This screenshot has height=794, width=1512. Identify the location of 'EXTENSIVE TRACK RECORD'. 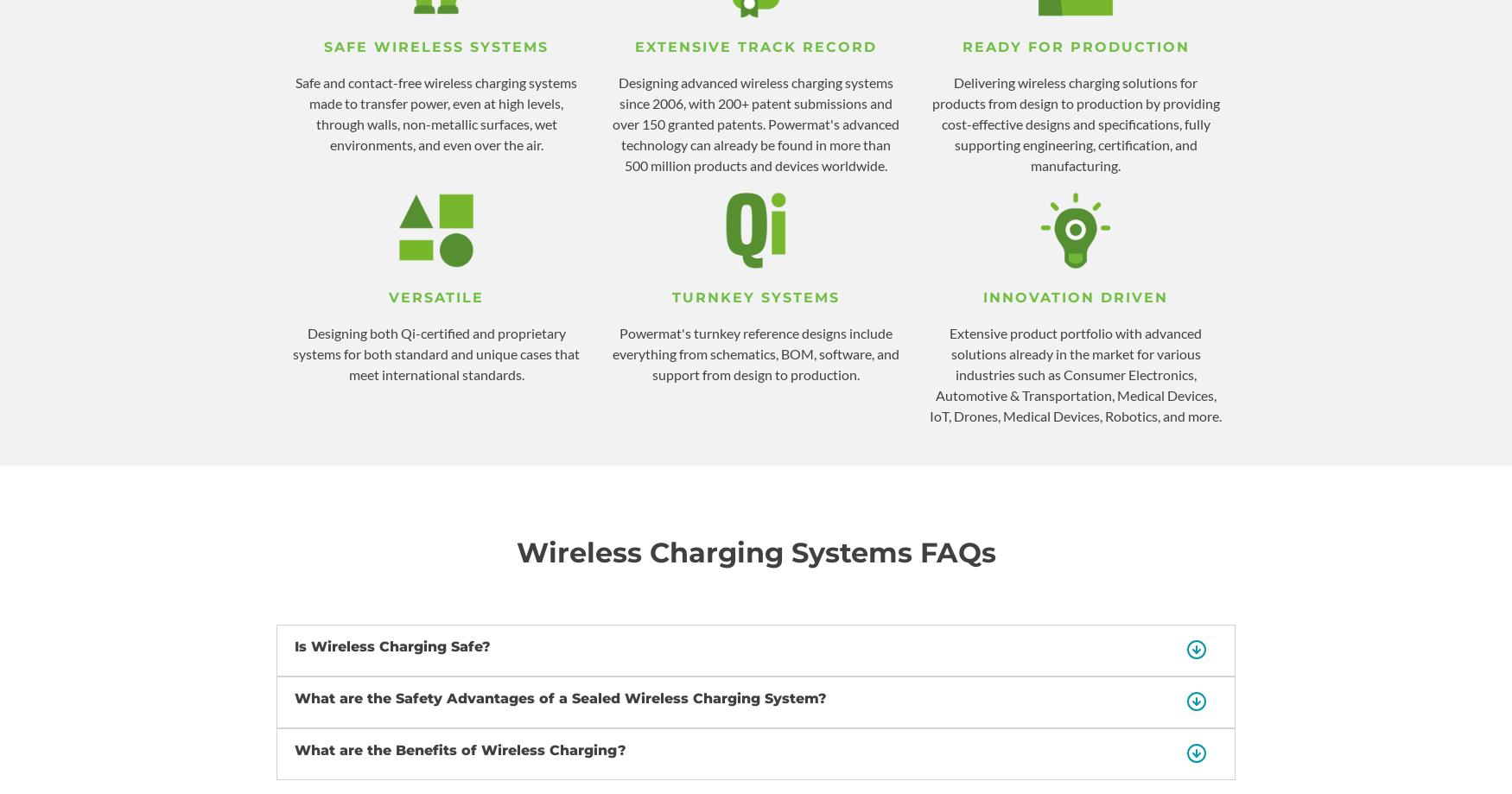
(756, 46).